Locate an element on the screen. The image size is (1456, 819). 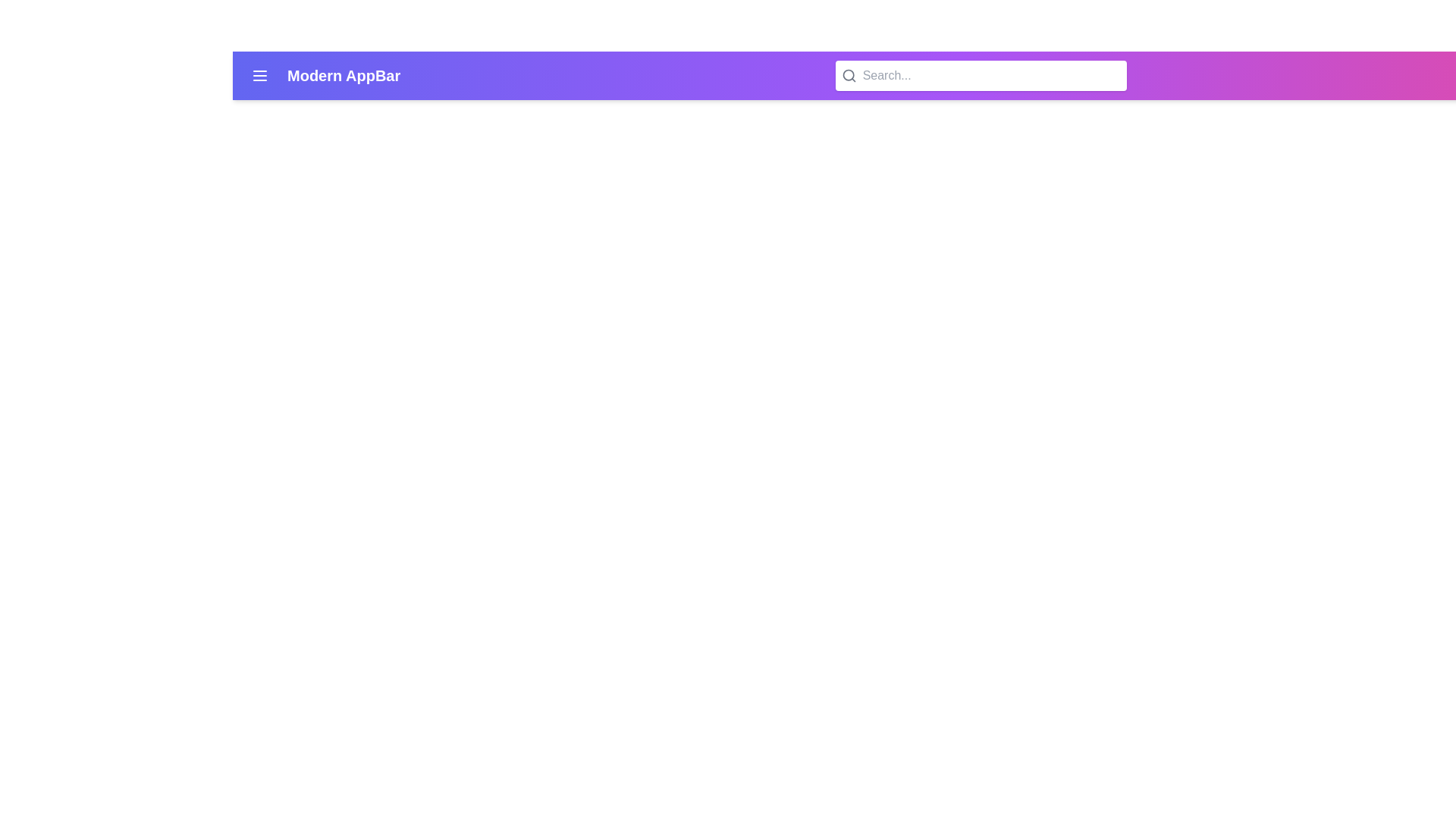
the hamburger menu button is located at coordinates (259, 76).